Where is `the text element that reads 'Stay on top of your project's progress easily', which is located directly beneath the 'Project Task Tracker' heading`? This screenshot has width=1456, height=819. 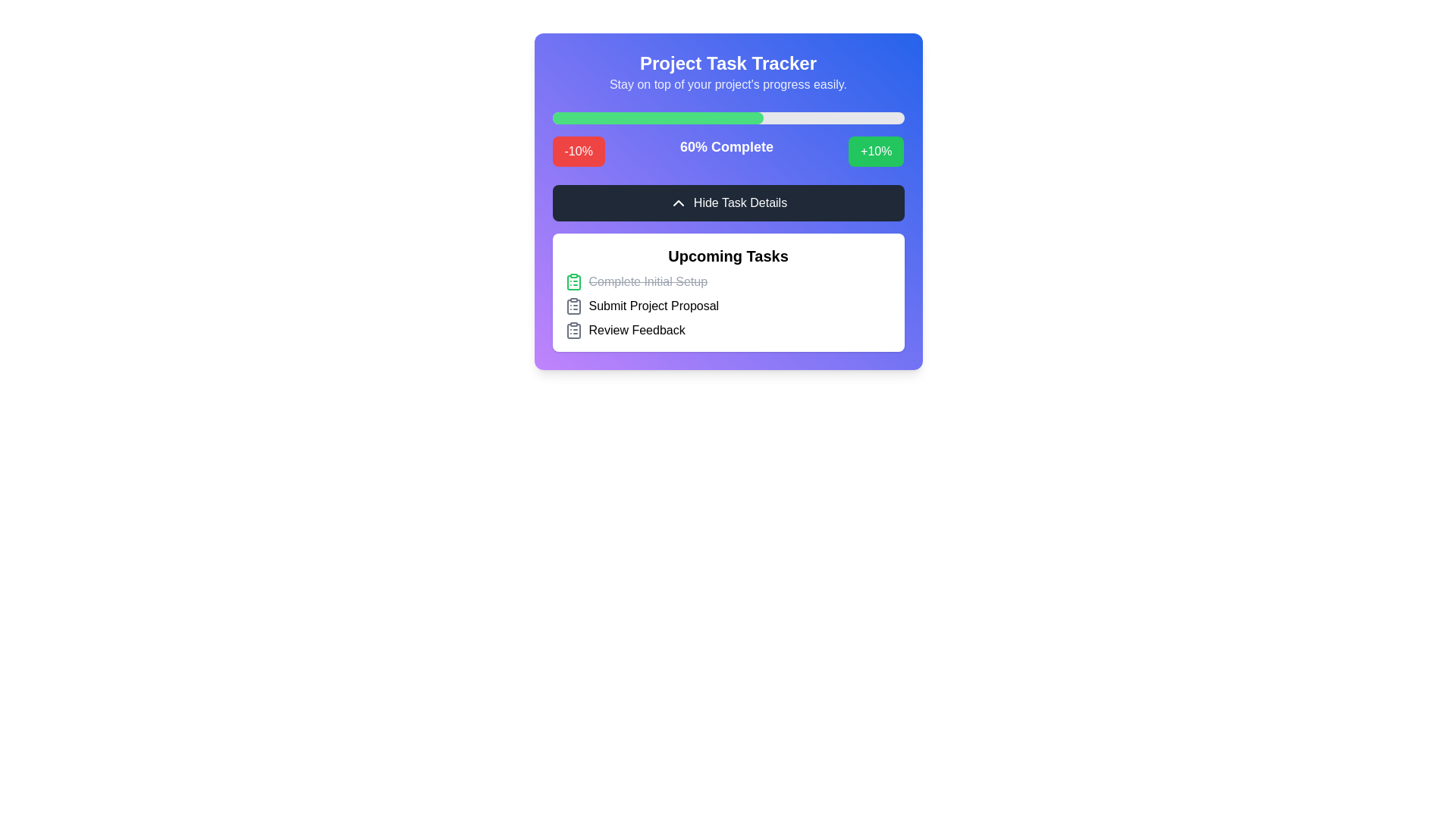
the text element that reads 'Stay on top of your project's progress easily', which is located directly beneath the 'Project Task Tracker' heading is located at coordinates (728, 84).